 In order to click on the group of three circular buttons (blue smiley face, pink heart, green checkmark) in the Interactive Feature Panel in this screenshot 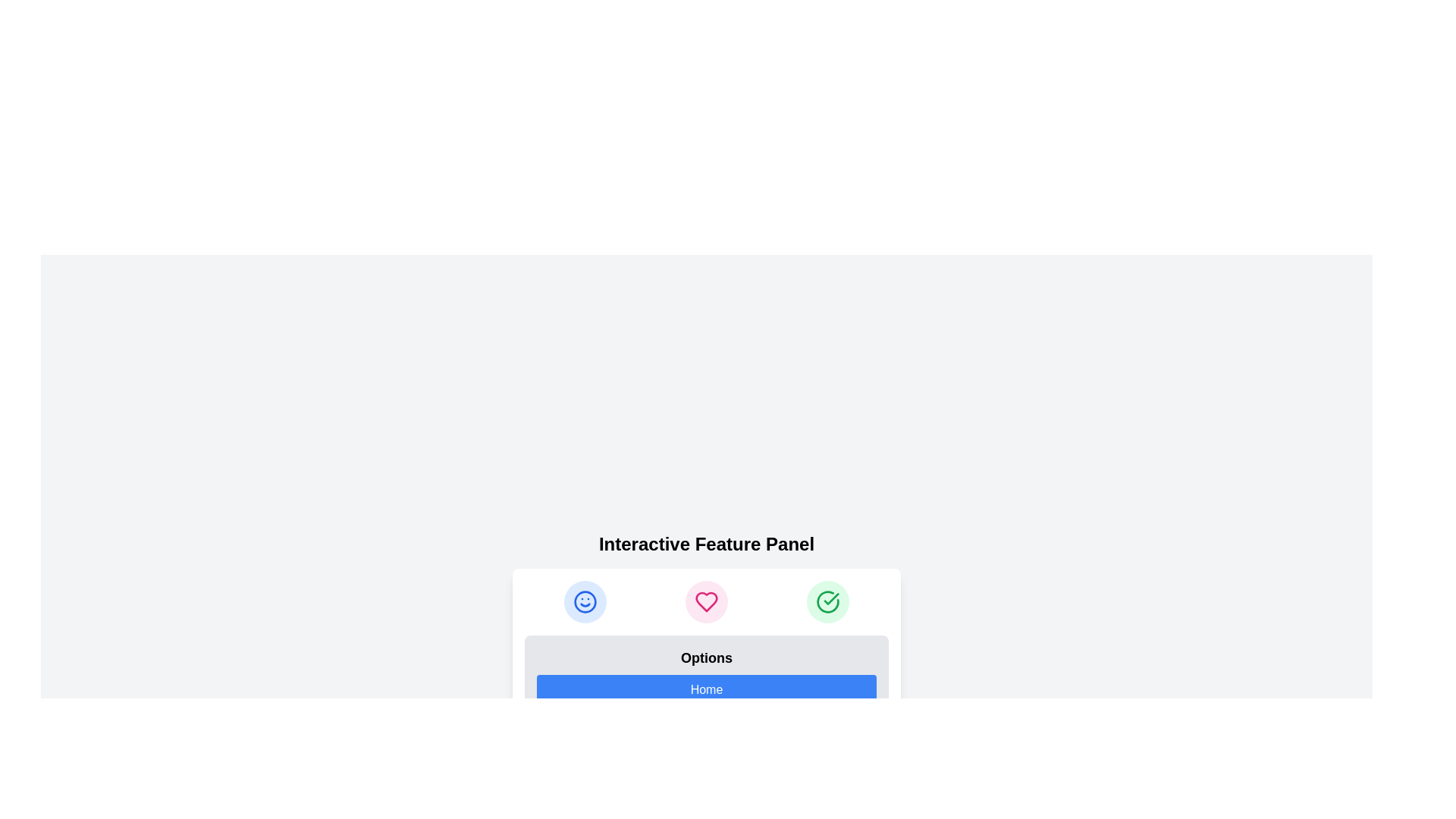, I will do `click(705, 601)`.